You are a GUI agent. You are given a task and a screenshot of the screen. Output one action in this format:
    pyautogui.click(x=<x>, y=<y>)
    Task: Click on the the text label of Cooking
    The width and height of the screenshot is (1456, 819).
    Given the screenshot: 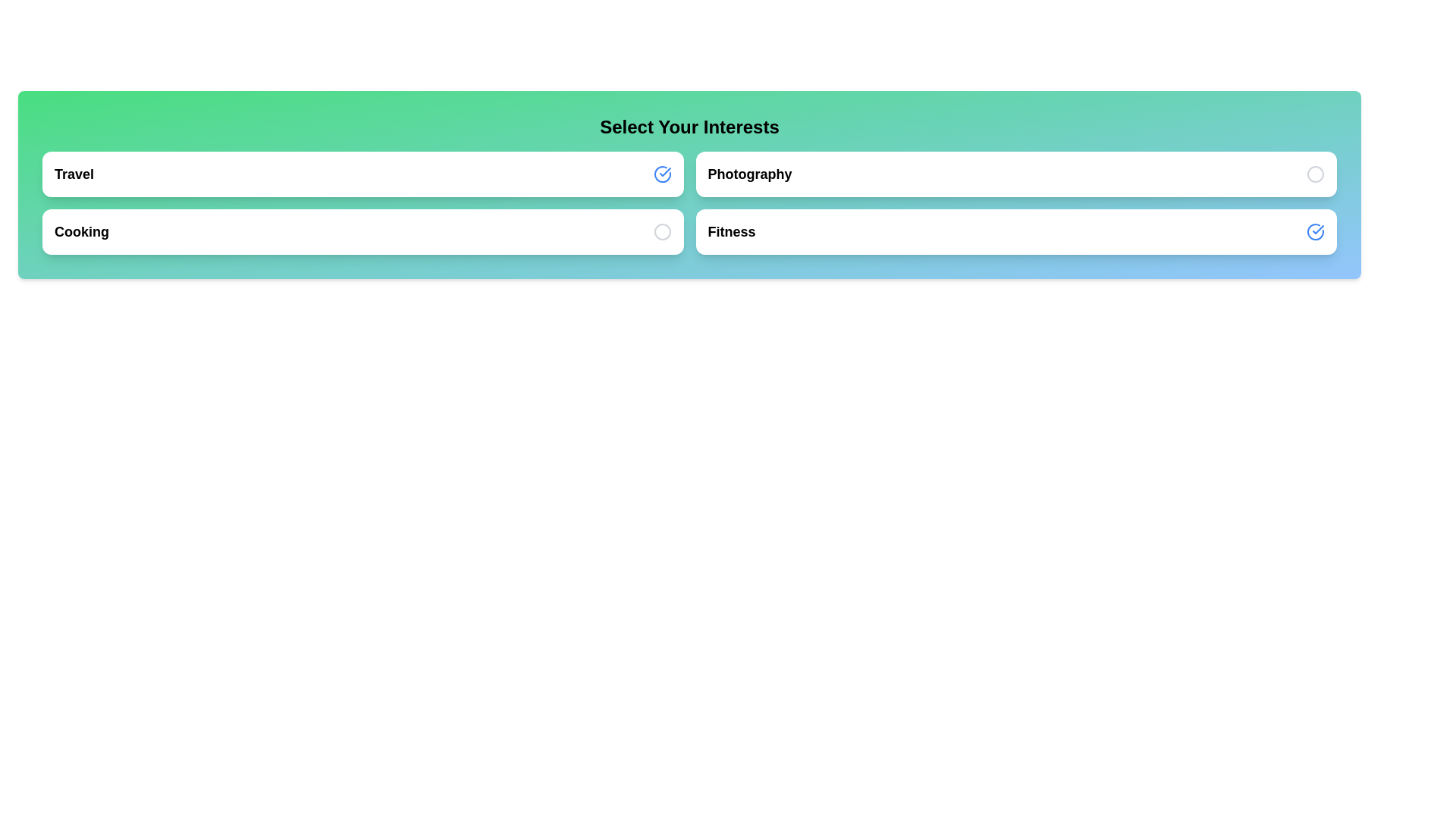 What is the action you would take?
    pyautogui.click(x=81, y=231)
    